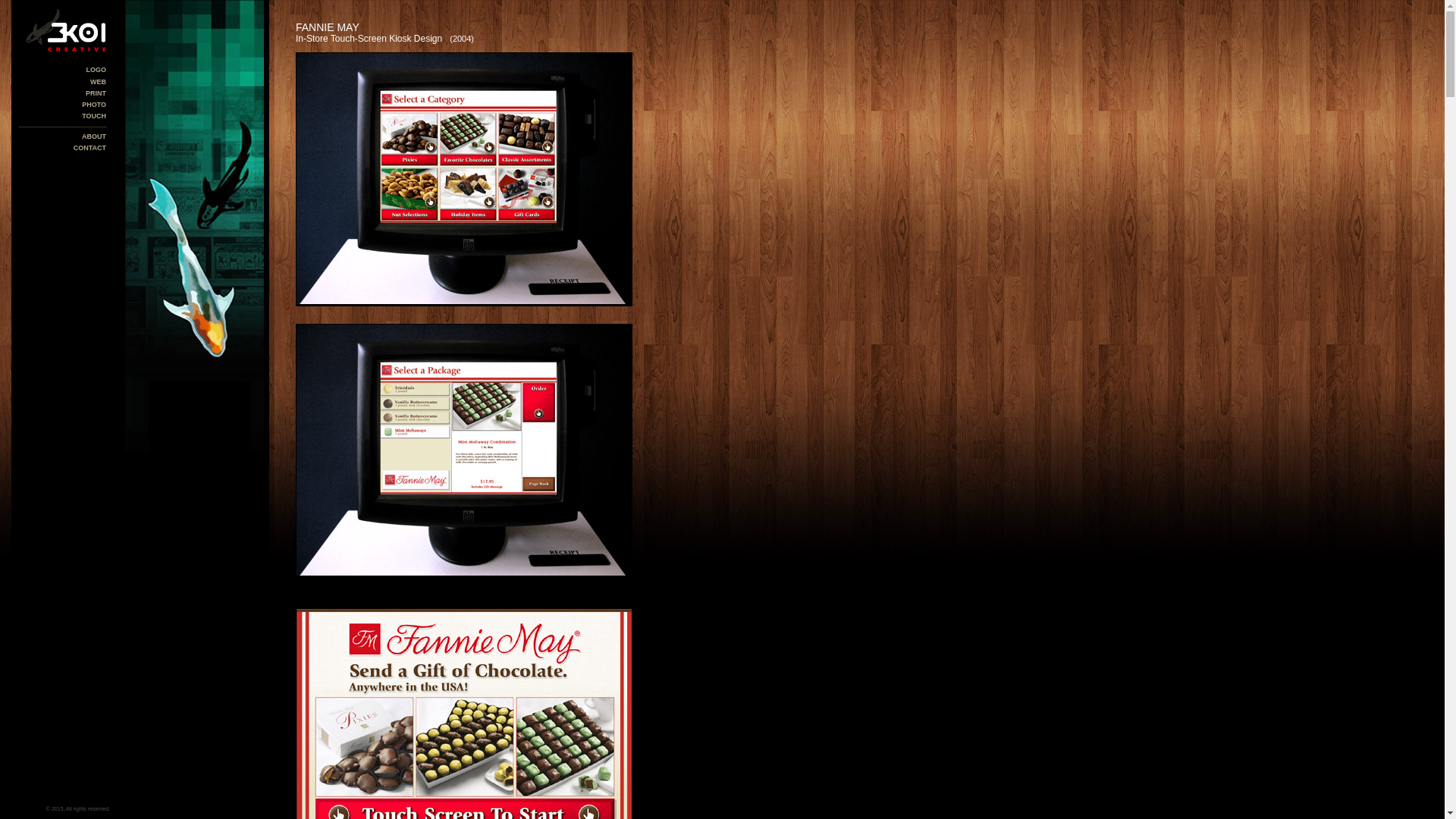 The image size is (1456, 819). What do you see at coordinates (89, 148) in the screenshot?
I see `'CONTACT'` at bounding box center [89, 148].